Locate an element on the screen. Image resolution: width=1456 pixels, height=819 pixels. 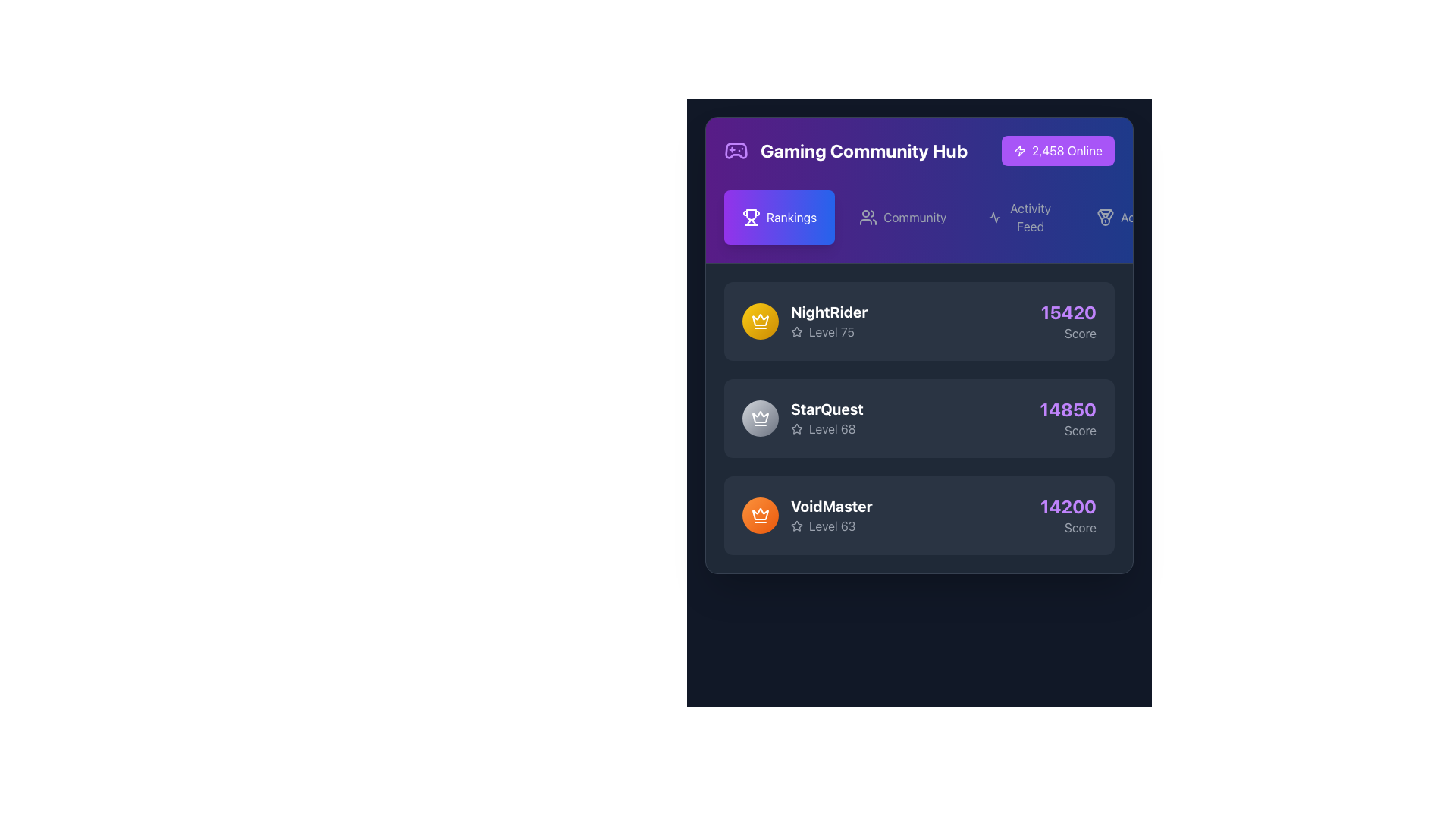
the 'Community' button, which is the second button in the top navigation bar, to trigger the background color change effect is located at coordinates (902, 217).